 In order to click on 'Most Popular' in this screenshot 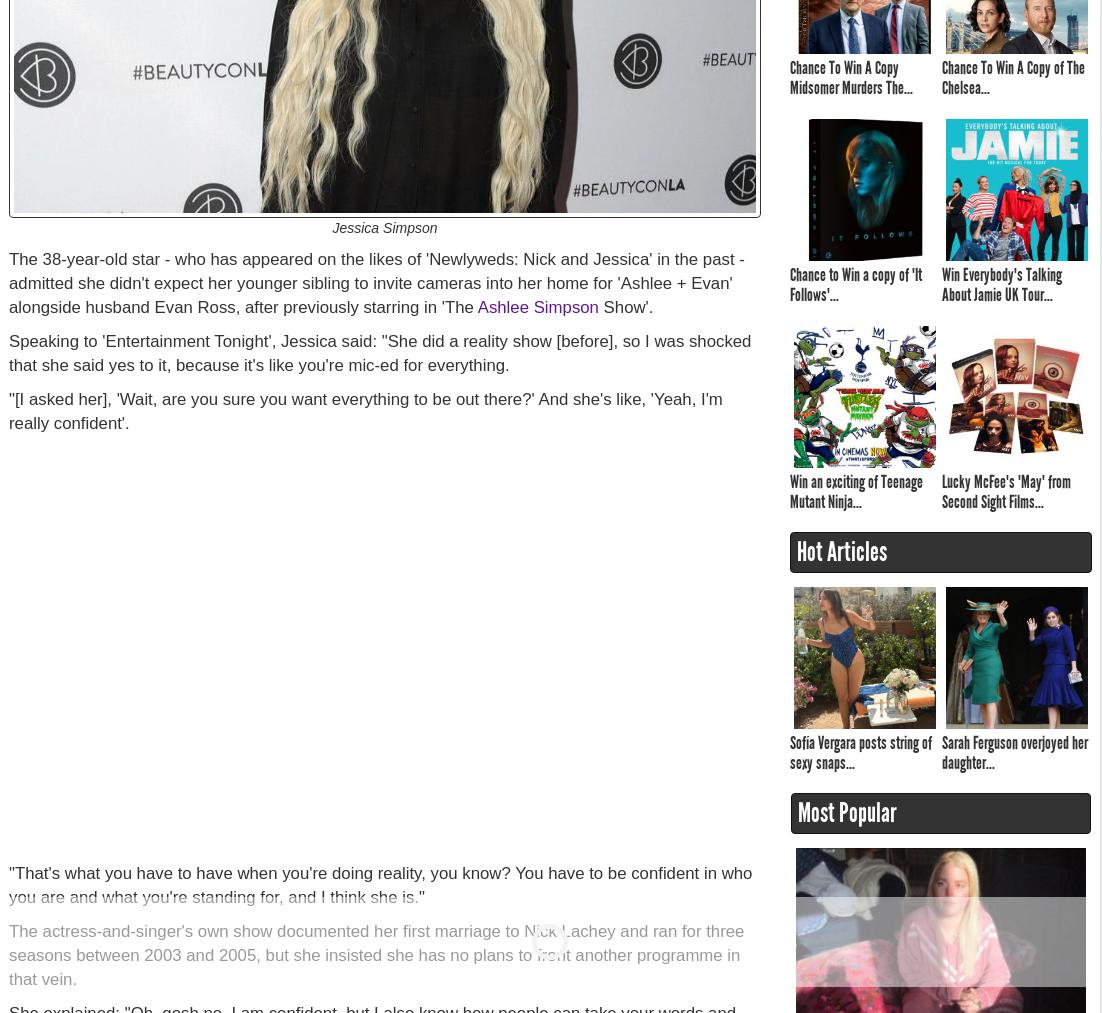, I will do `click(847, 812)`.